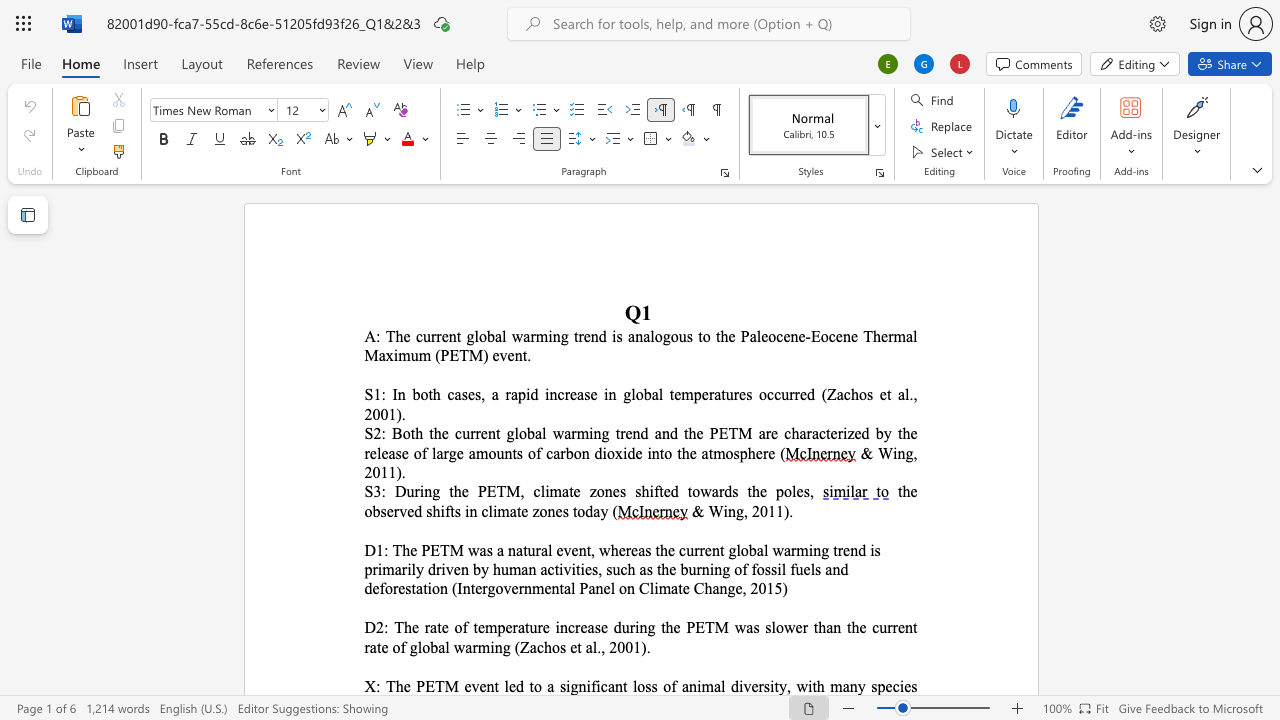 Image resolution: width=1280 pixels, height=720 pixels. What do you see at coordinates (787, 491) in the screenshot?
I see `the 3th character "o" in the text` at bounding box center [787, 491].